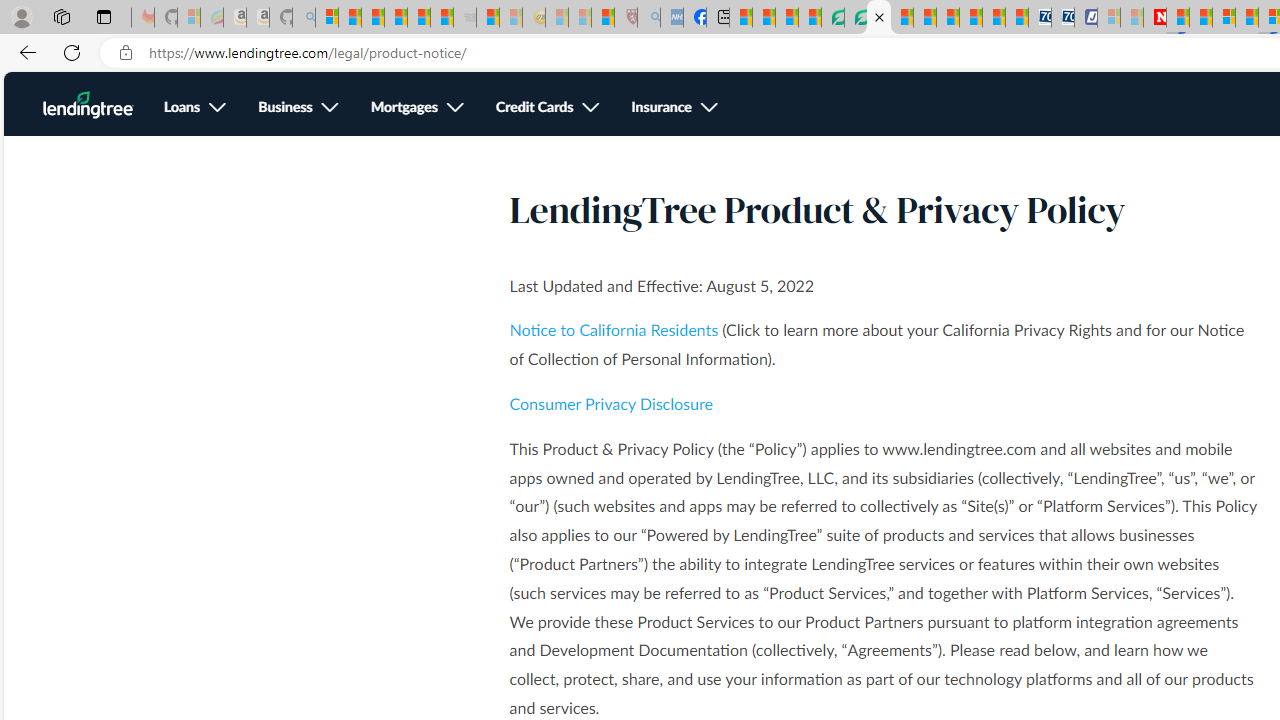 This screenshot has height=720, width=1280. What do you see at coordinates (855, 17) in the screenshot?
I see `'Terms of Use Agreement'` at bounding box center [855, 17].